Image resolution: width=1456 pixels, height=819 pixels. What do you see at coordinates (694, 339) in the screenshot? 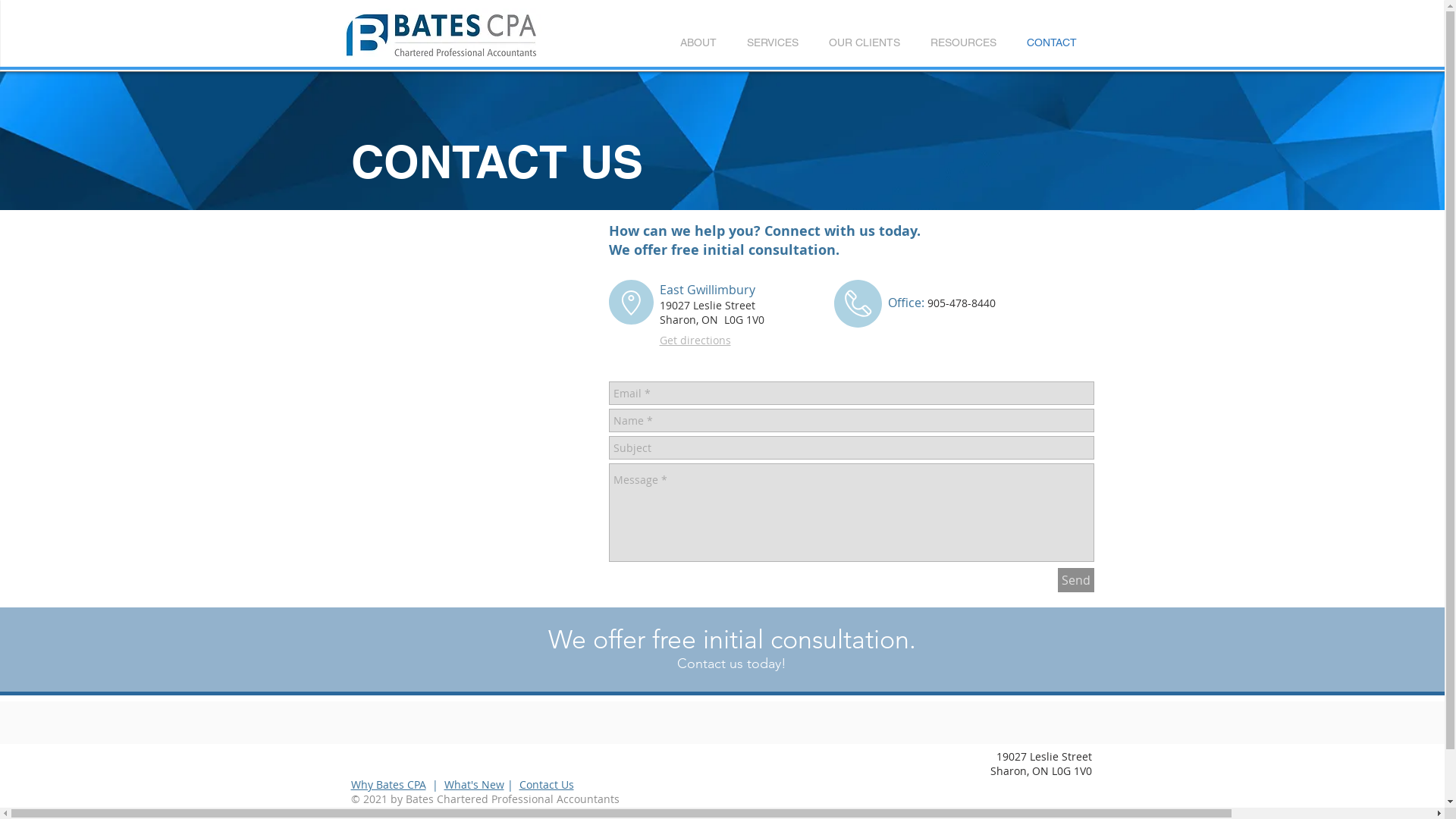
I see `'Get directions'` at bounding box center [694, 339].